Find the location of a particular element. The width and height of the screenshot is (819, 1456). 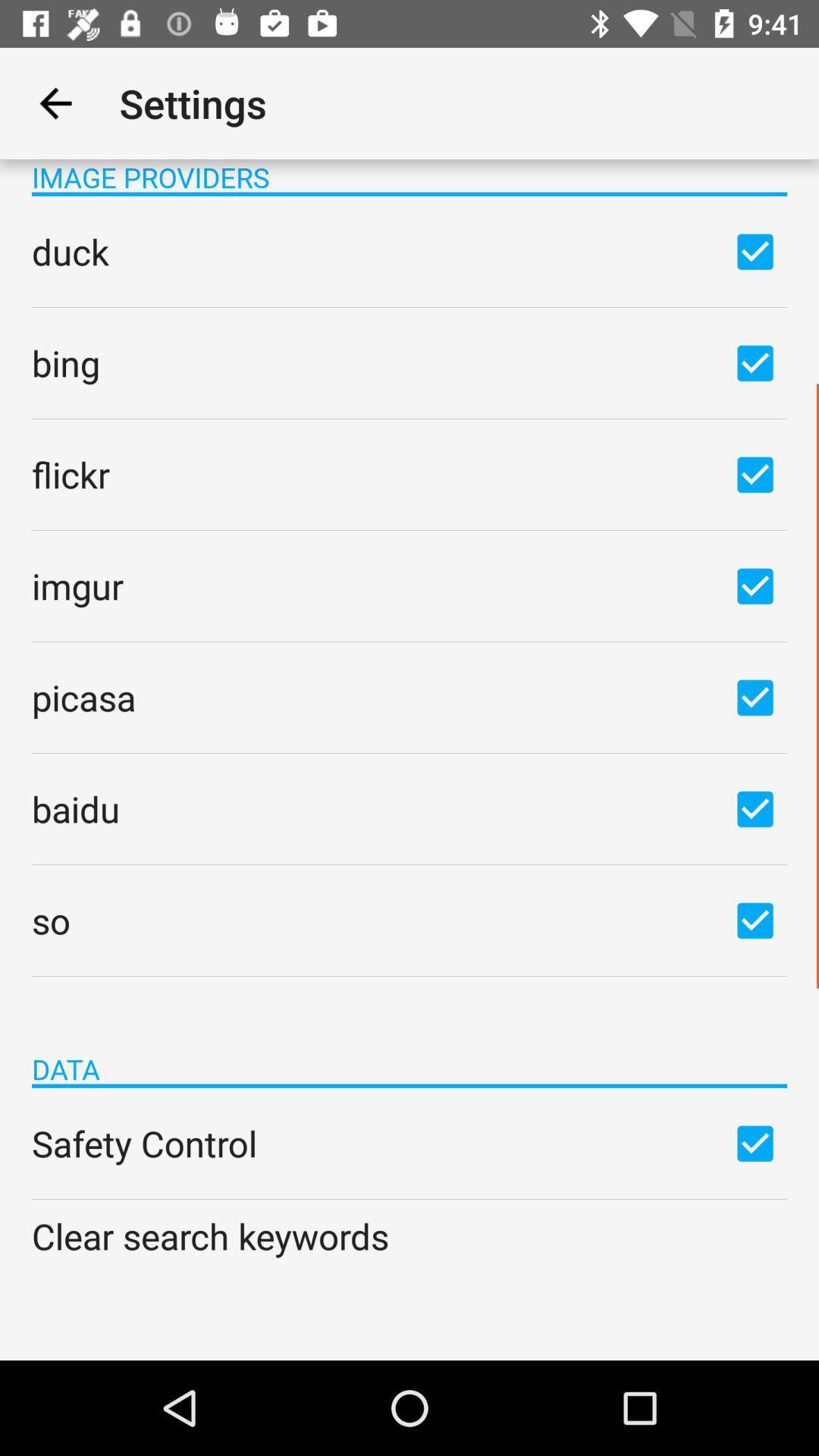

enable disable option is located at coordinates (755, 362).